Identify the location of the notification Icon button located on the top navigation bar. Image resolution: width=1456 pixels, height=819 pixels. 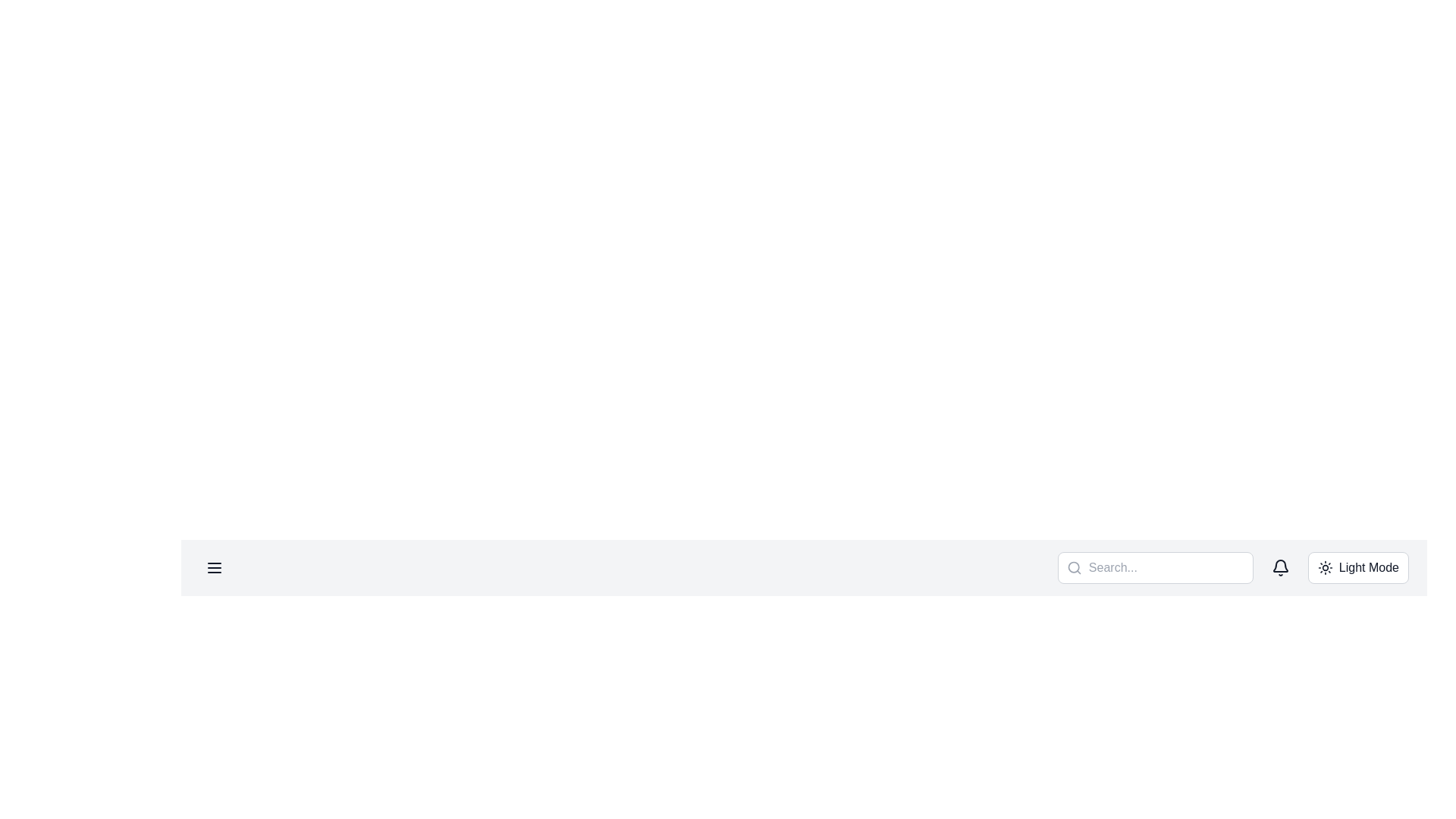
(1279, 567).